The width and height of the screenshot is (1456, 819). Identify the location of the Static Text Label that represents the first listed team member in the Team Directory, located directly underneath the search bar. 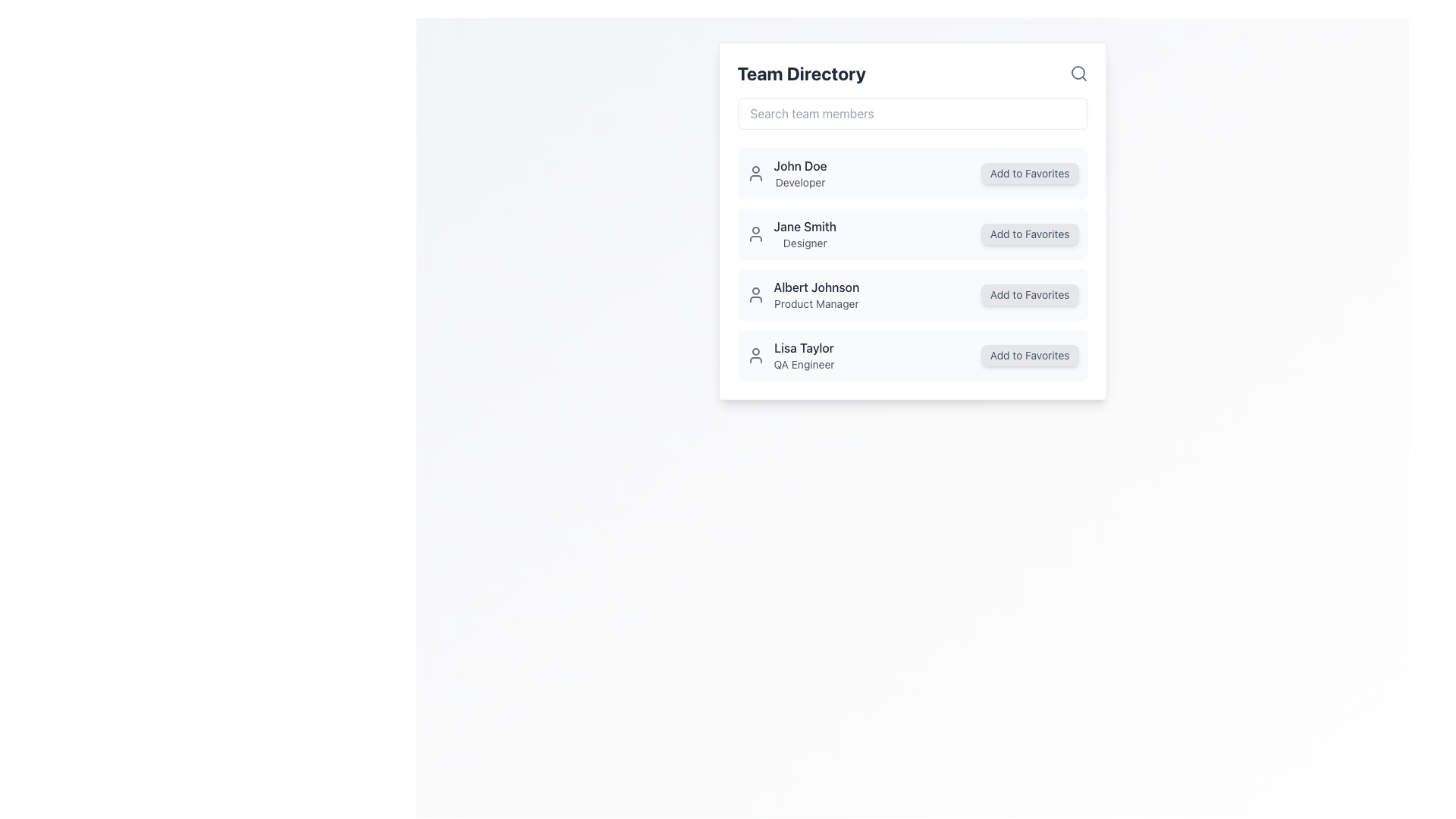
(799, 166).